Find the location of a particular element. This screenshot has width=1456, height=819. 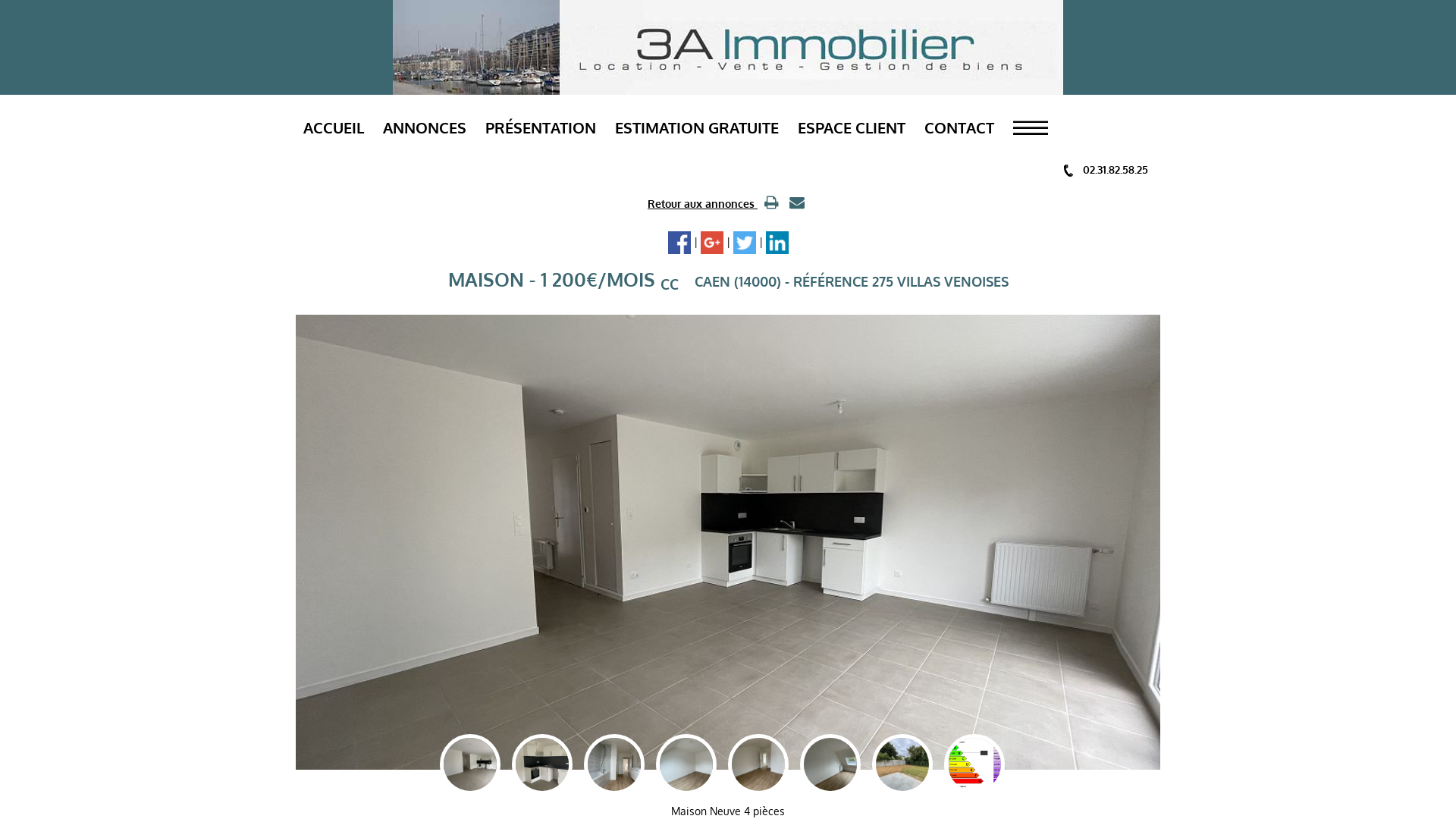

'CONTACT' is located at coordinates (924, 127).